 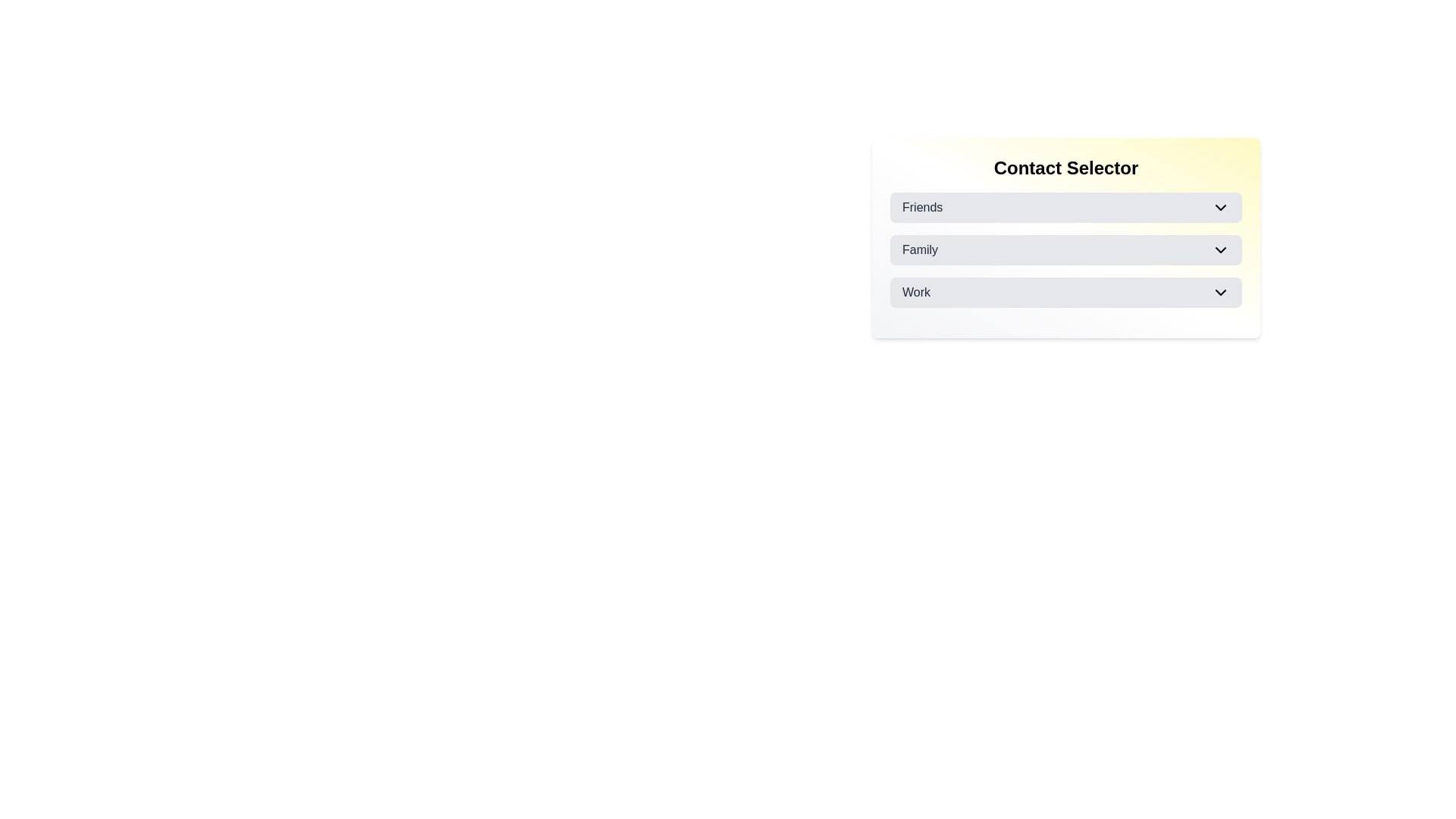 What do you see at coordinates (915, 292) in the screenshot?
I see `the static text label displaying 'Work' in gray color, located in the bottommost row of a list of similar labels` at bounding box center [915, 292].